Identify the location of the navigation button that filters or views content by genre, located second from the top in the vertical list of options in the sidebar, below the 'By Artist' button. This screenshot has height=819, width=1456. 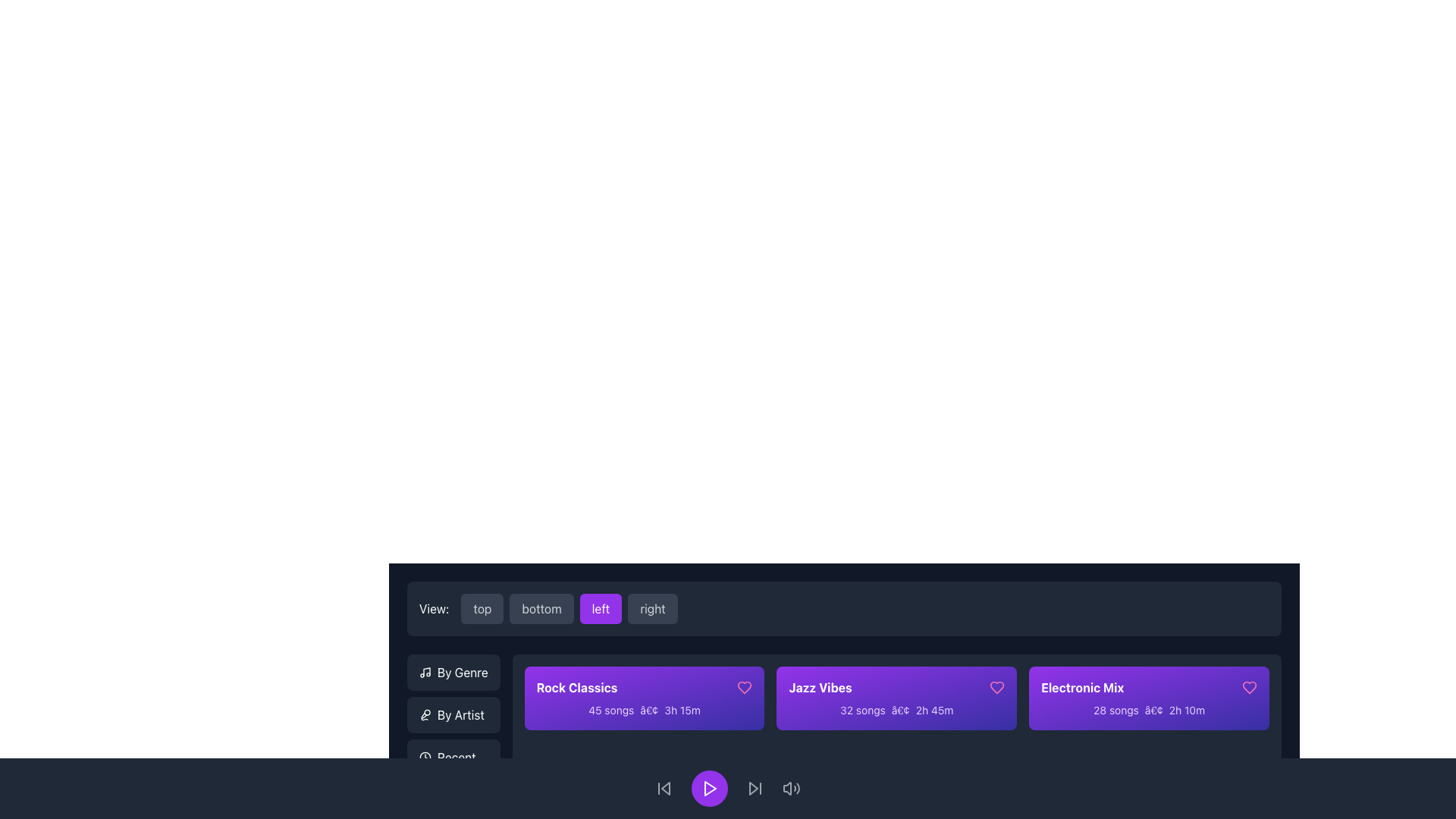
(453, 672).